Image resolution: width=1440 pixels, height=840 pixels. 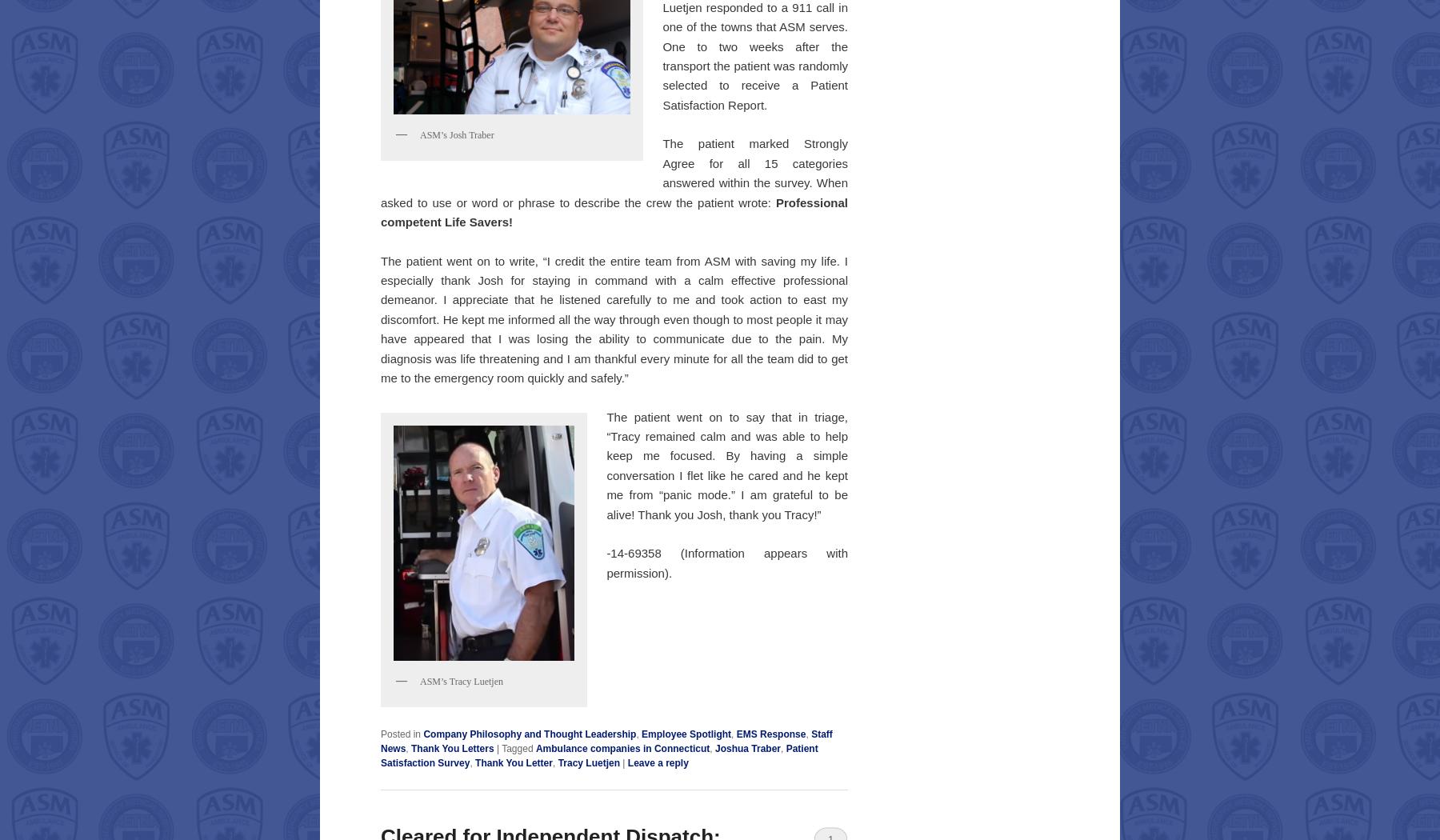 What do you see at coordinates (456, 135) in the screenshot?
I see `'ASM’s Josh Traber'` at bounding box center [456, 135].